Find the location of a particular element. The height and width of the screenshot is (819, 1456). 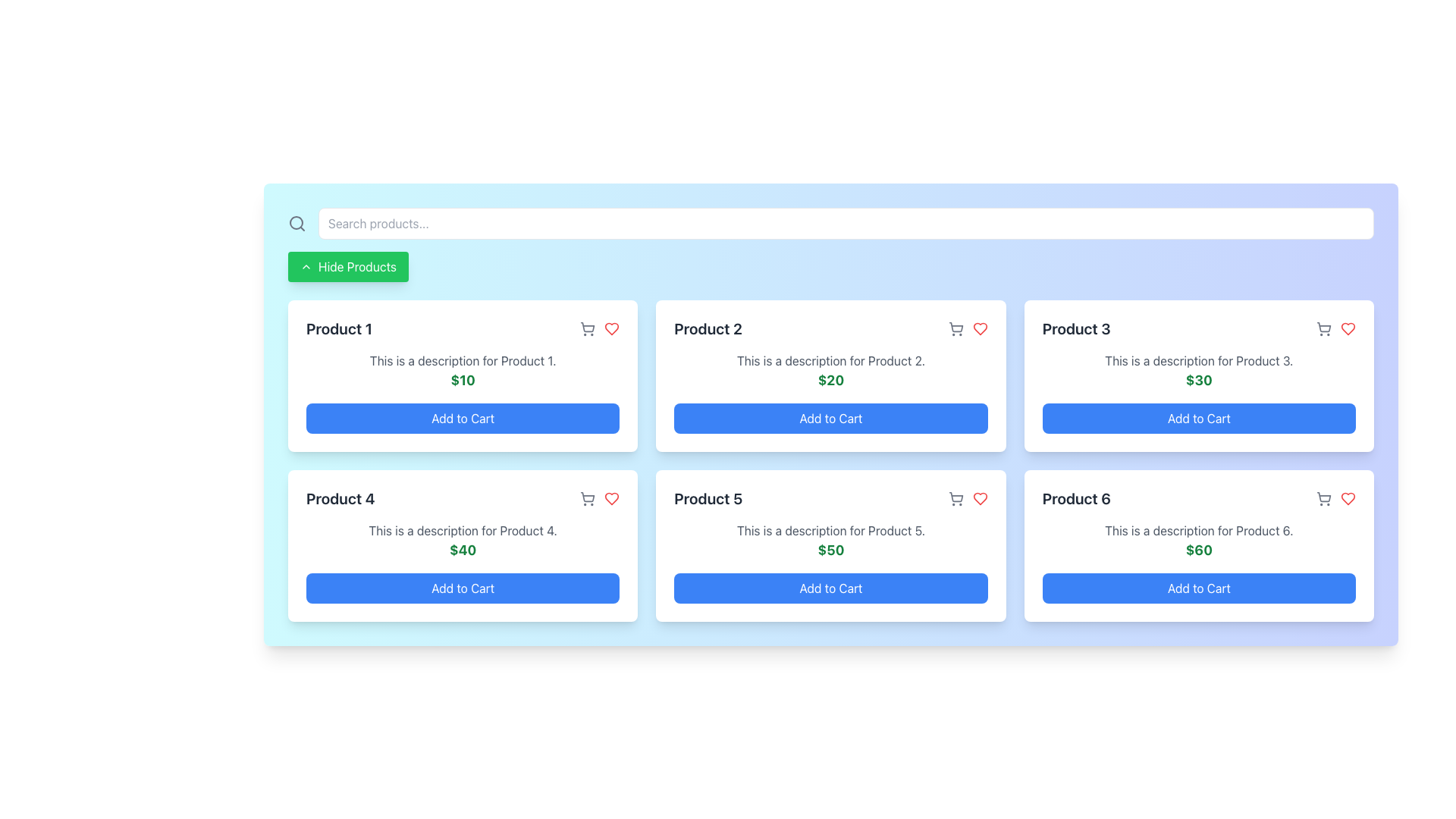

the text label for 'Product 6' located at the top-left section of the sixth product card in the grid layout, which serves as an identifier for users is located at coordinates (1075, 499).